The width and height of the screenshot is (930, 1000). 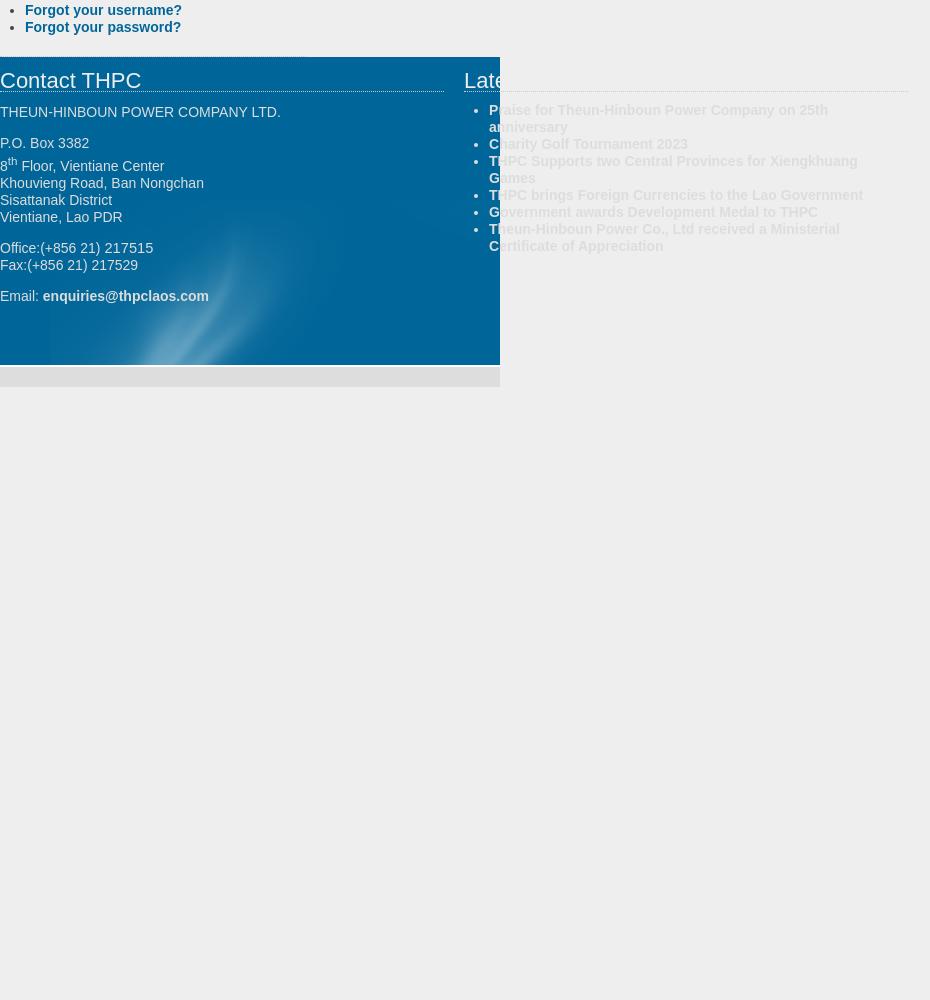 I want to click on 'Praise for Theun-Hinboun Power Company on 25th anniversary', so click(x=657, y=117).